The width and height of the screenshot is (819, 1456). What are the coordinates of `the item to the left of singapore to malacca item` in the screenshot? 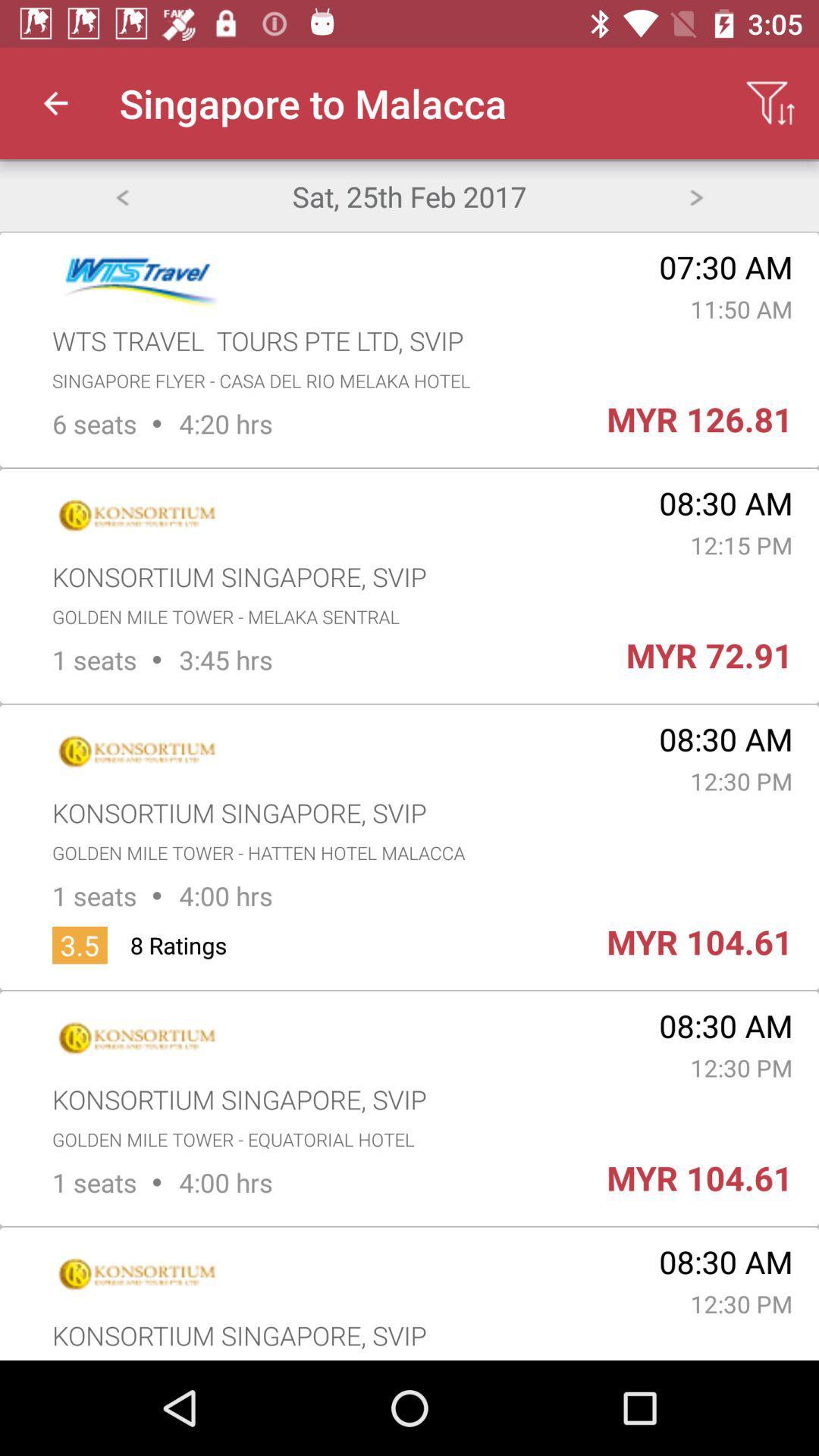 It's located at (55, 102).